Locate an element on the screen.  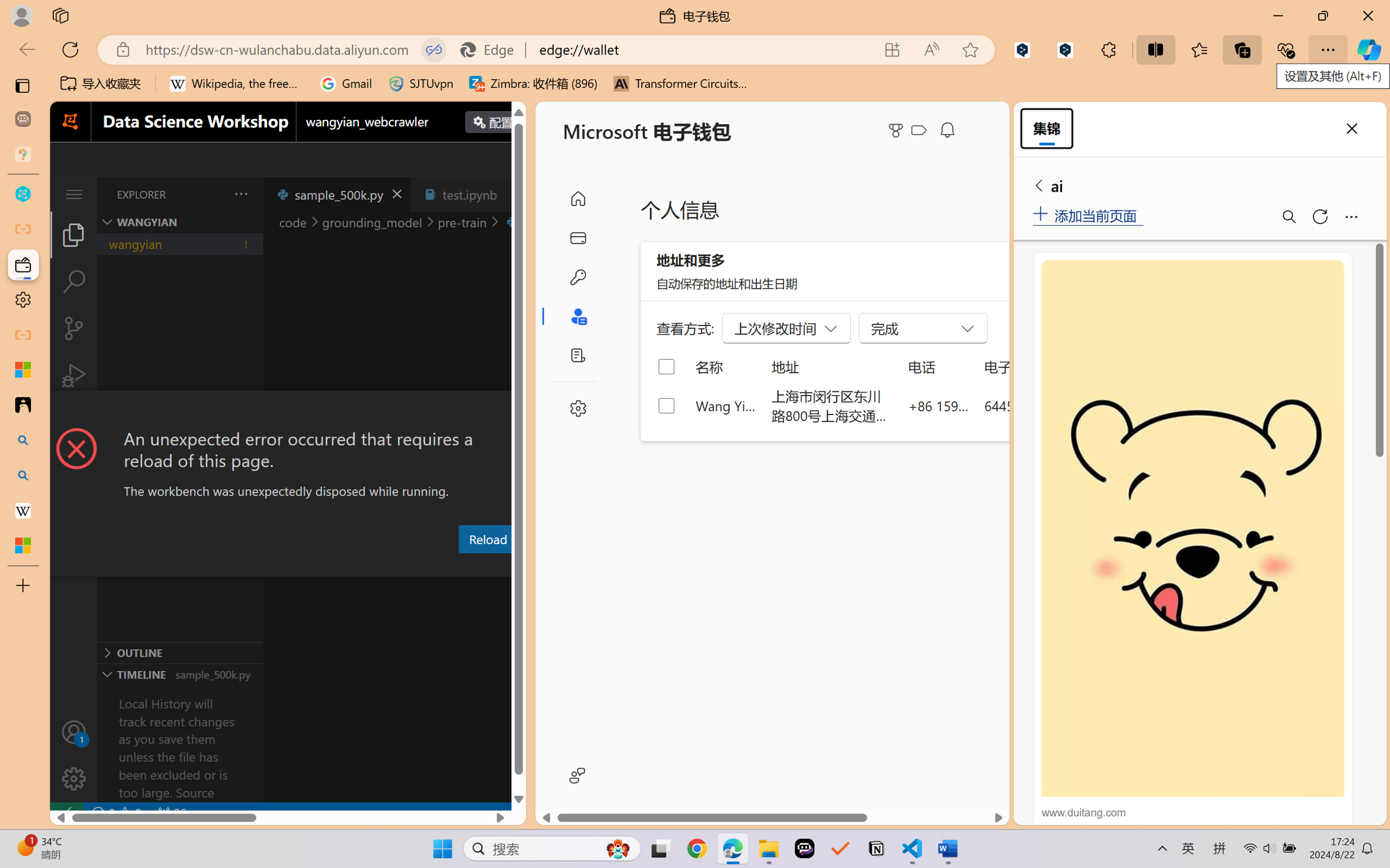
'Microsoft Cashback' is located at coordinates (921, 130).